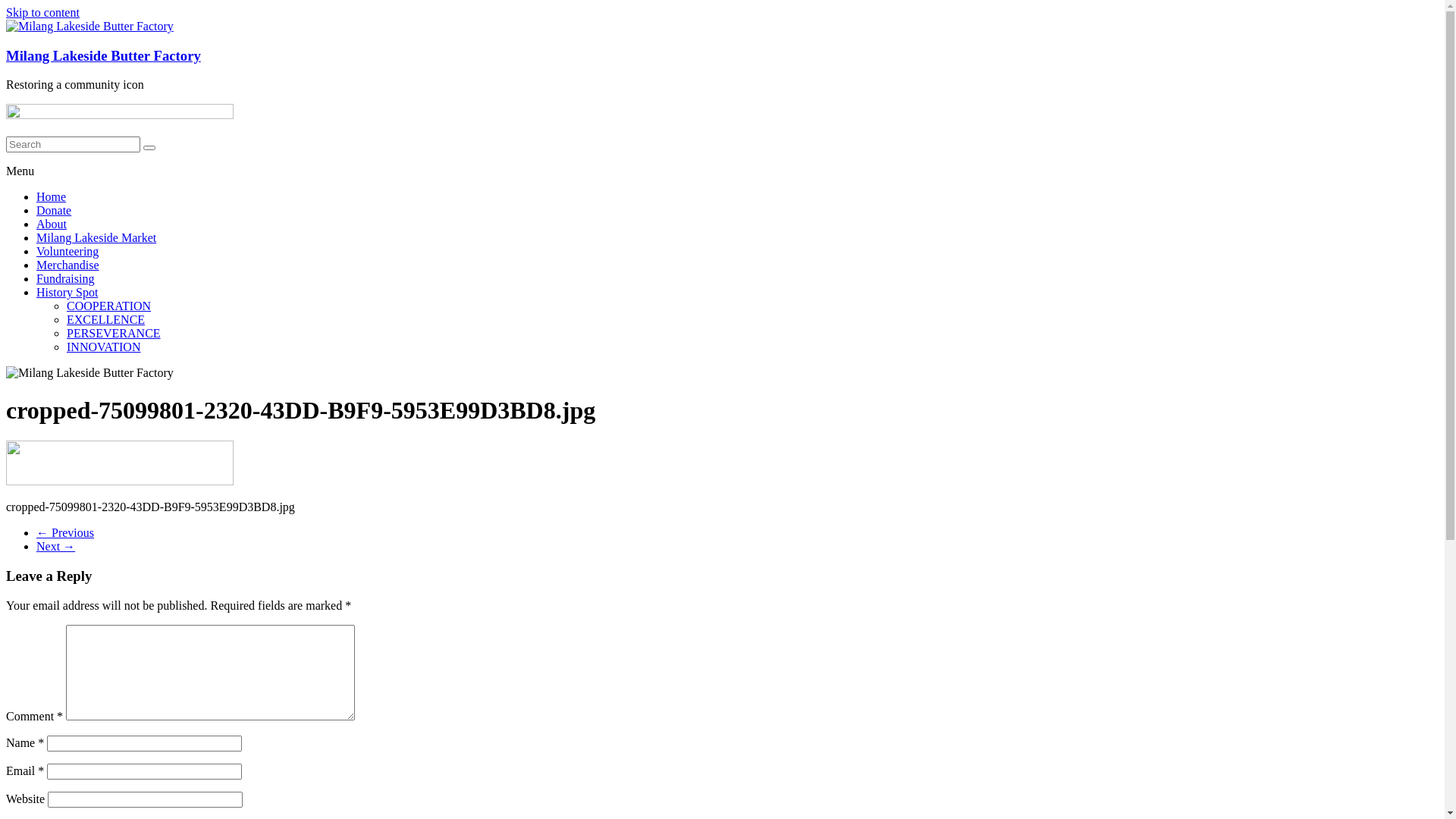  Describe the element at coordinates (102, 347) in the screenshot. I see `'INNOVATION'` at that location.